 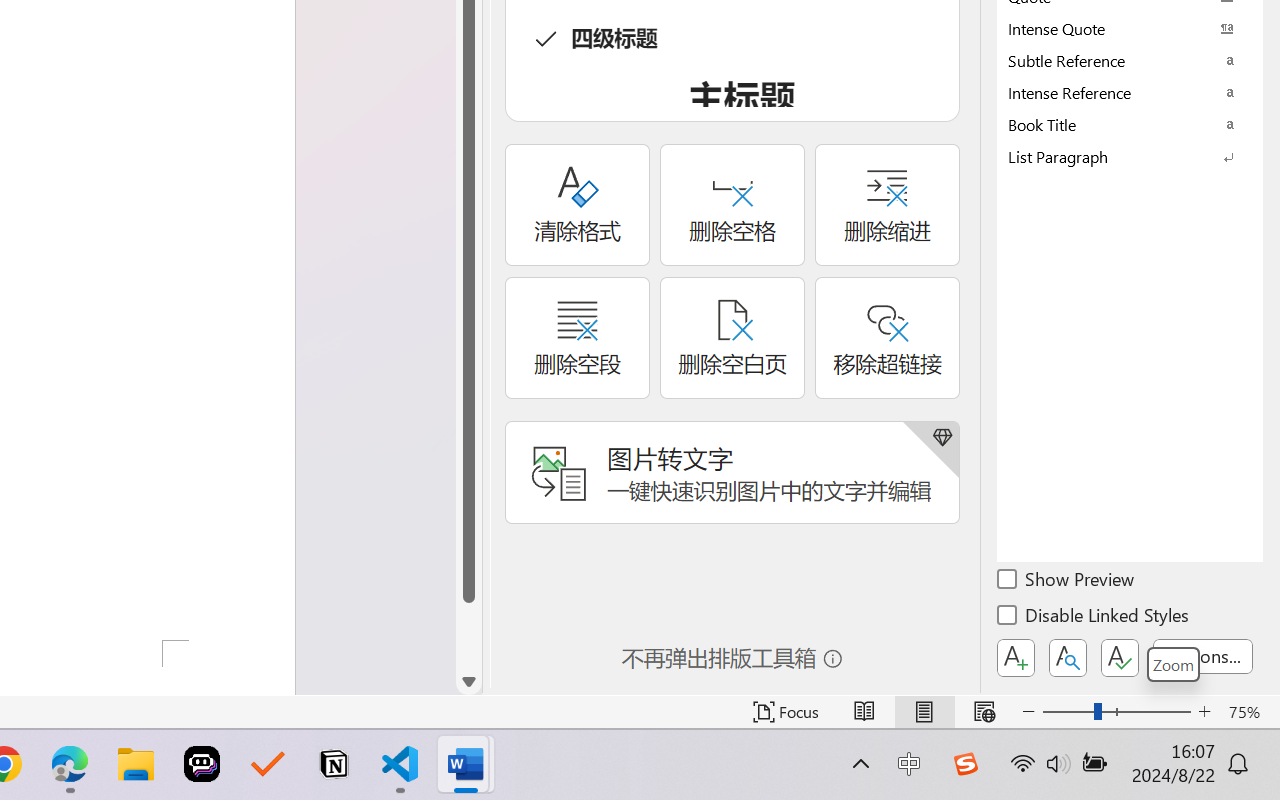 I want to click on 'Intense Quote', so click(x=1130, y=28).